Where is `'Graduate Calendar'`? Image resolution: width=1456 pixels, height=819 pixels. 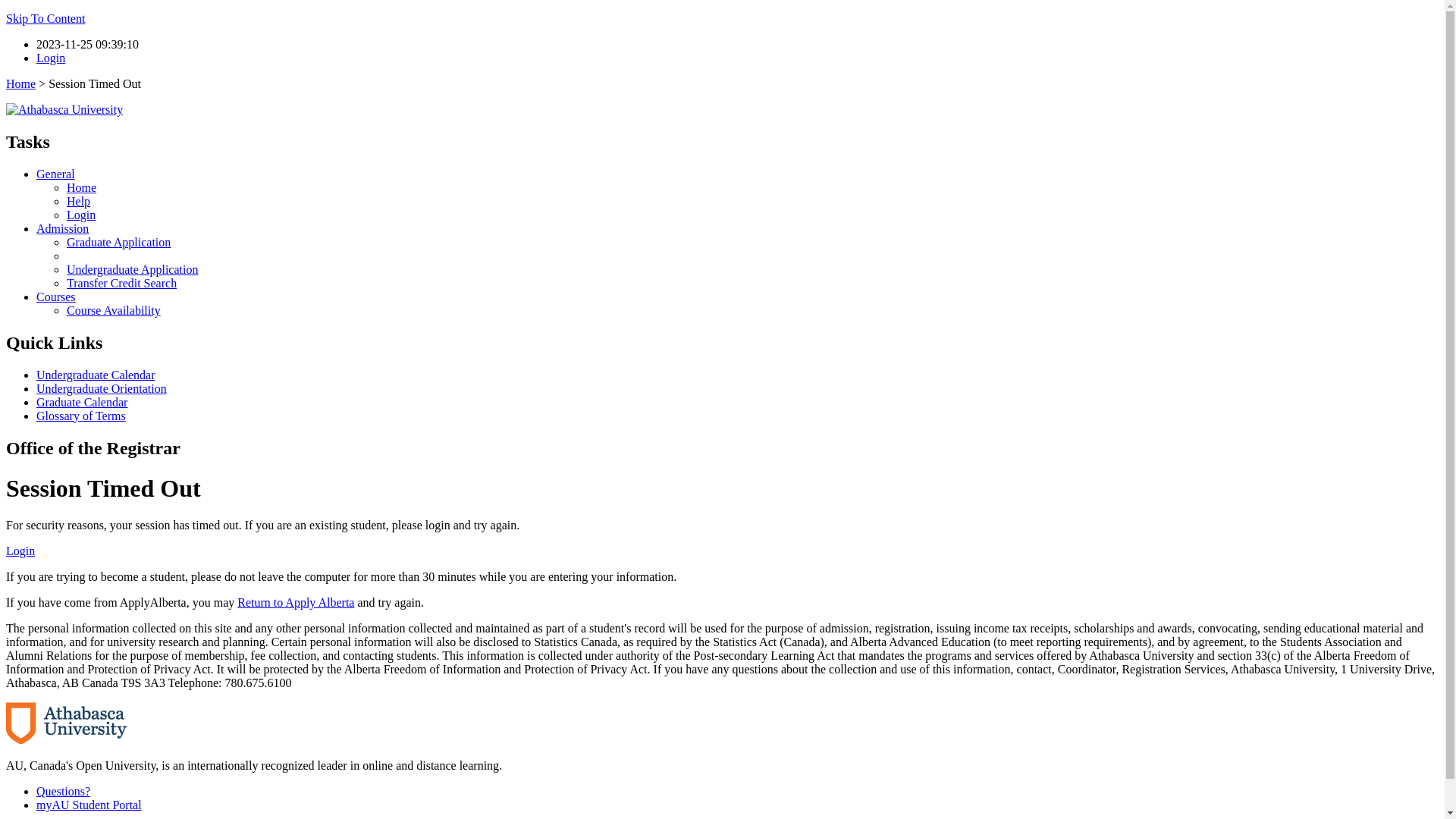 'Graduate Calendar' is located at coordinates (80, 401).